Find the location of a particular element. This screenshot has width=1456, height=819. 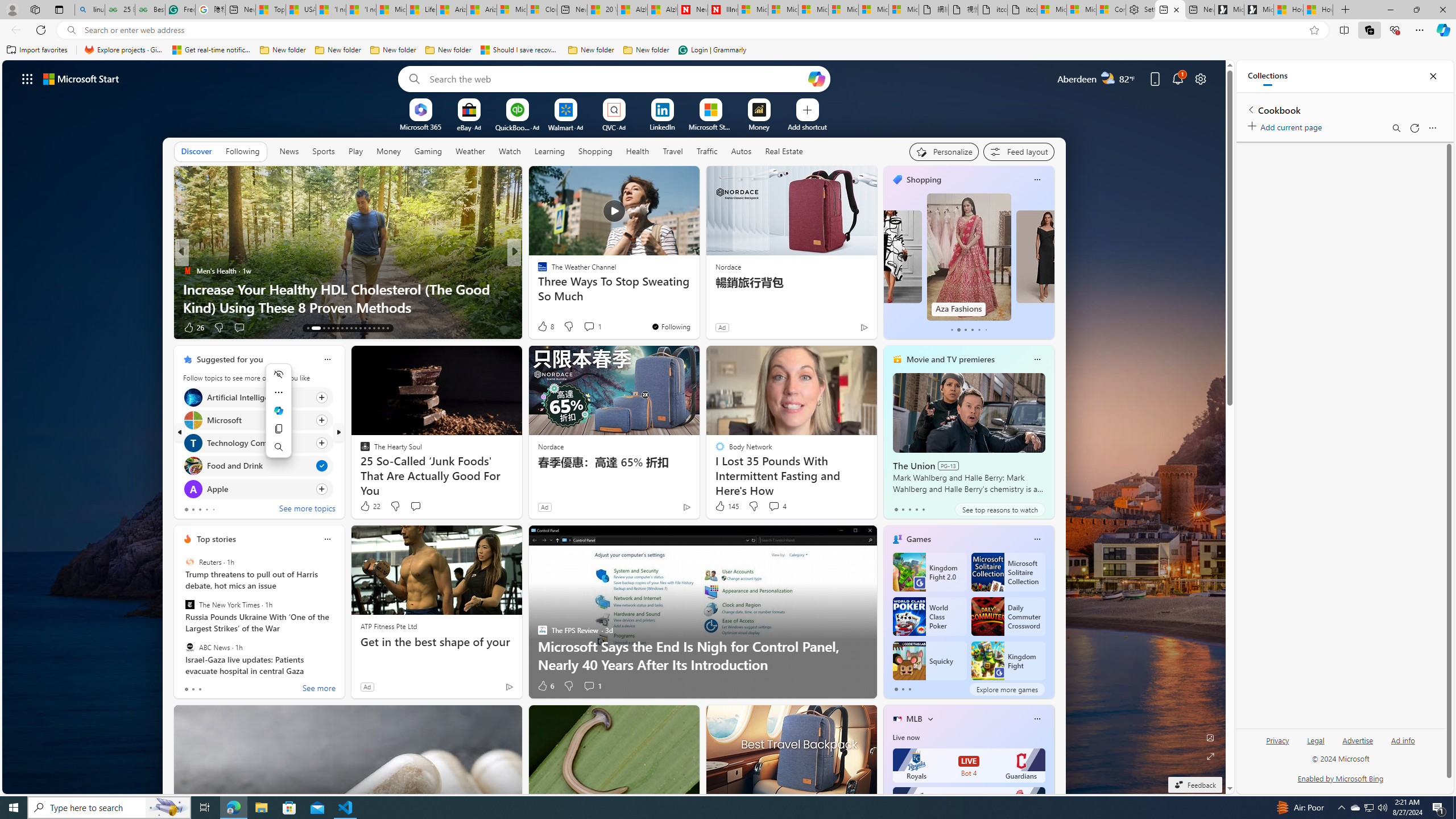

'AutomationID: tab-22' is located at coordinates (355, 328).